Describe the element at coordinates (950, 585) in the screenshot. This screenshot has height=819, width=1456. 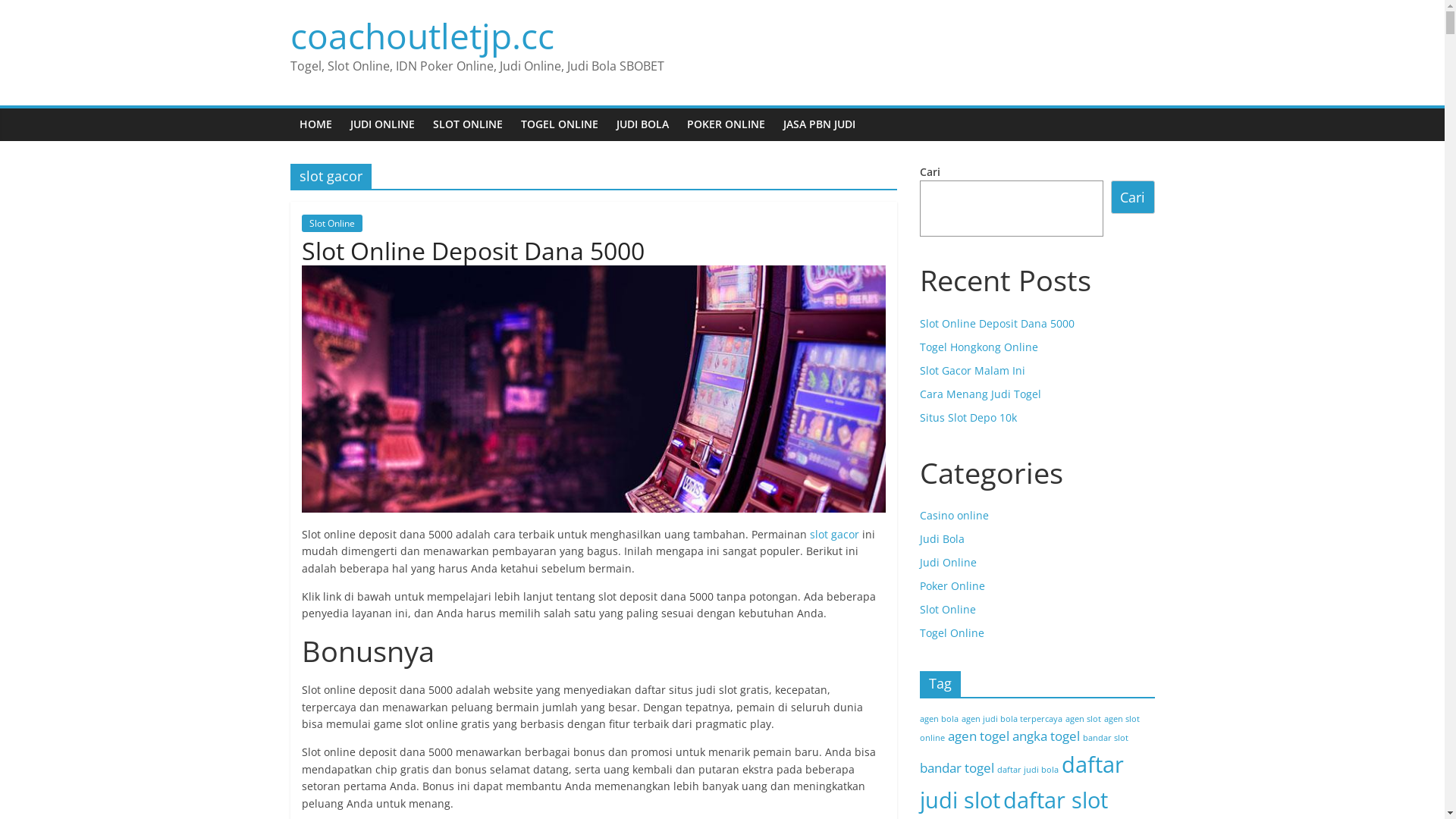
I see `'Poker Online'` at that location.